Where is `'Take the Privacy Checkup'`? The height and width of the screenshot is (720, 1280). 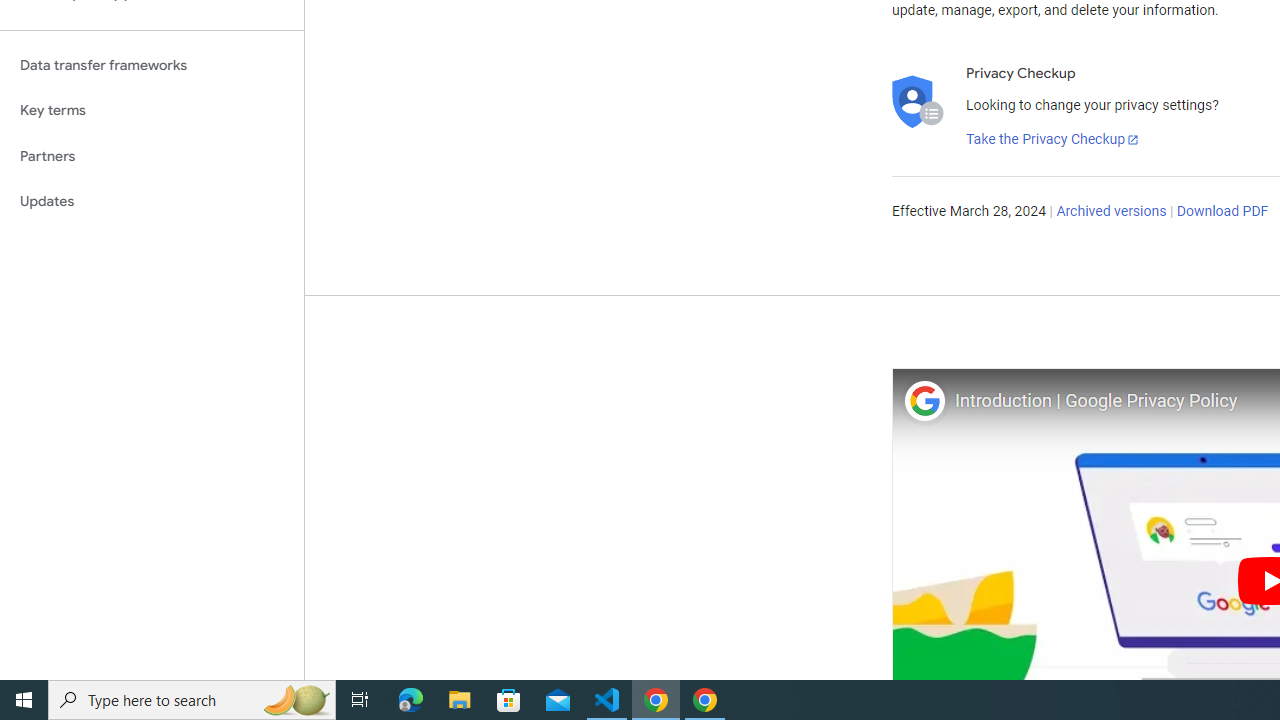
'Take the Privacy Checkup' is located at coordinates (1052, 139).